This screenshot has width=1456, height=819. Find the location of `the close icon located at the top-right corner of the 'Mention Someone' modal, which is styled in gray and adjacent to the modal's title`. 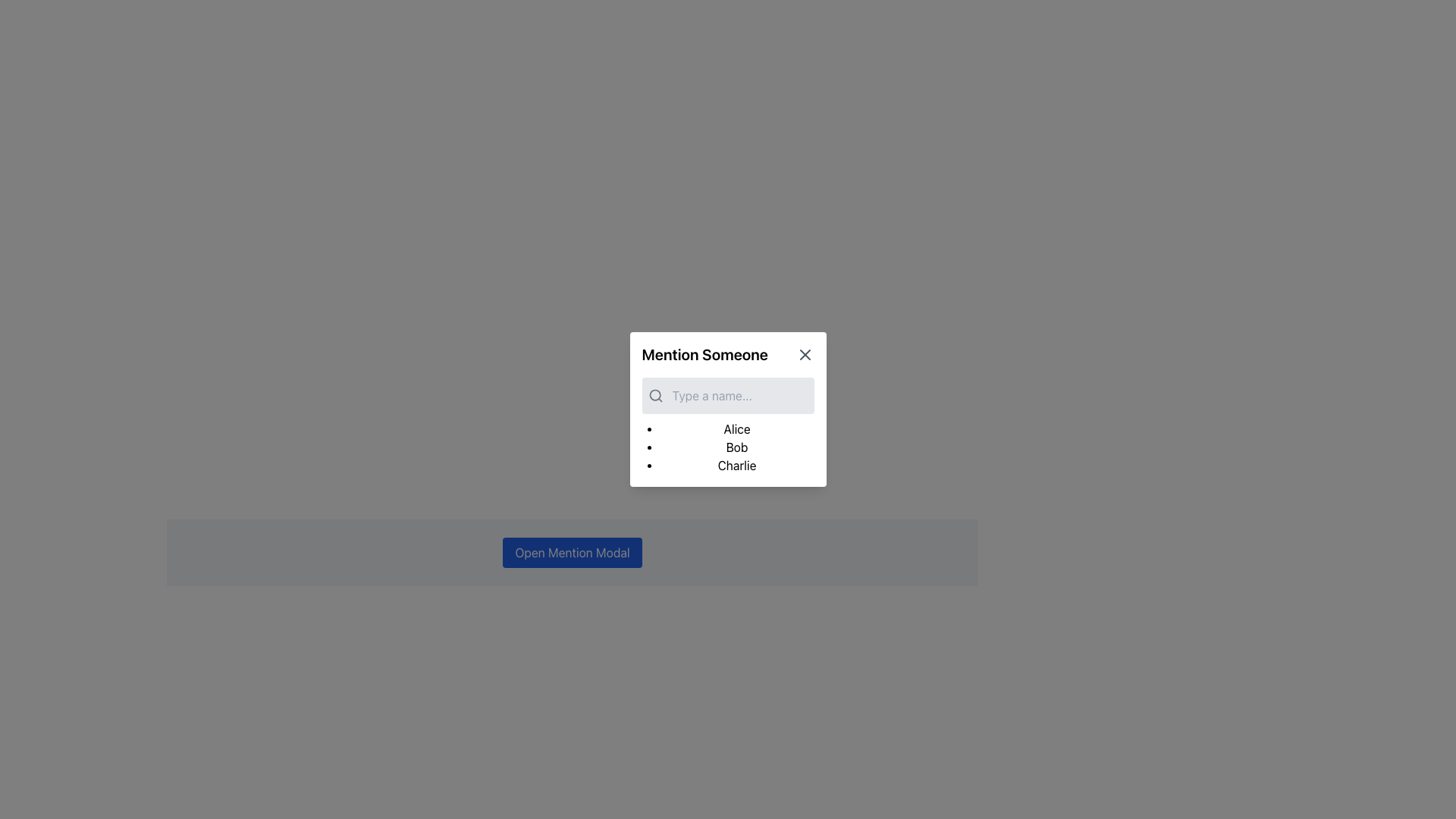

the close icon located at the top-right corner of the 'Mention Someone' modal, which is styled in gray and adjacent to the modal's title is located at coordinates (804, 354).